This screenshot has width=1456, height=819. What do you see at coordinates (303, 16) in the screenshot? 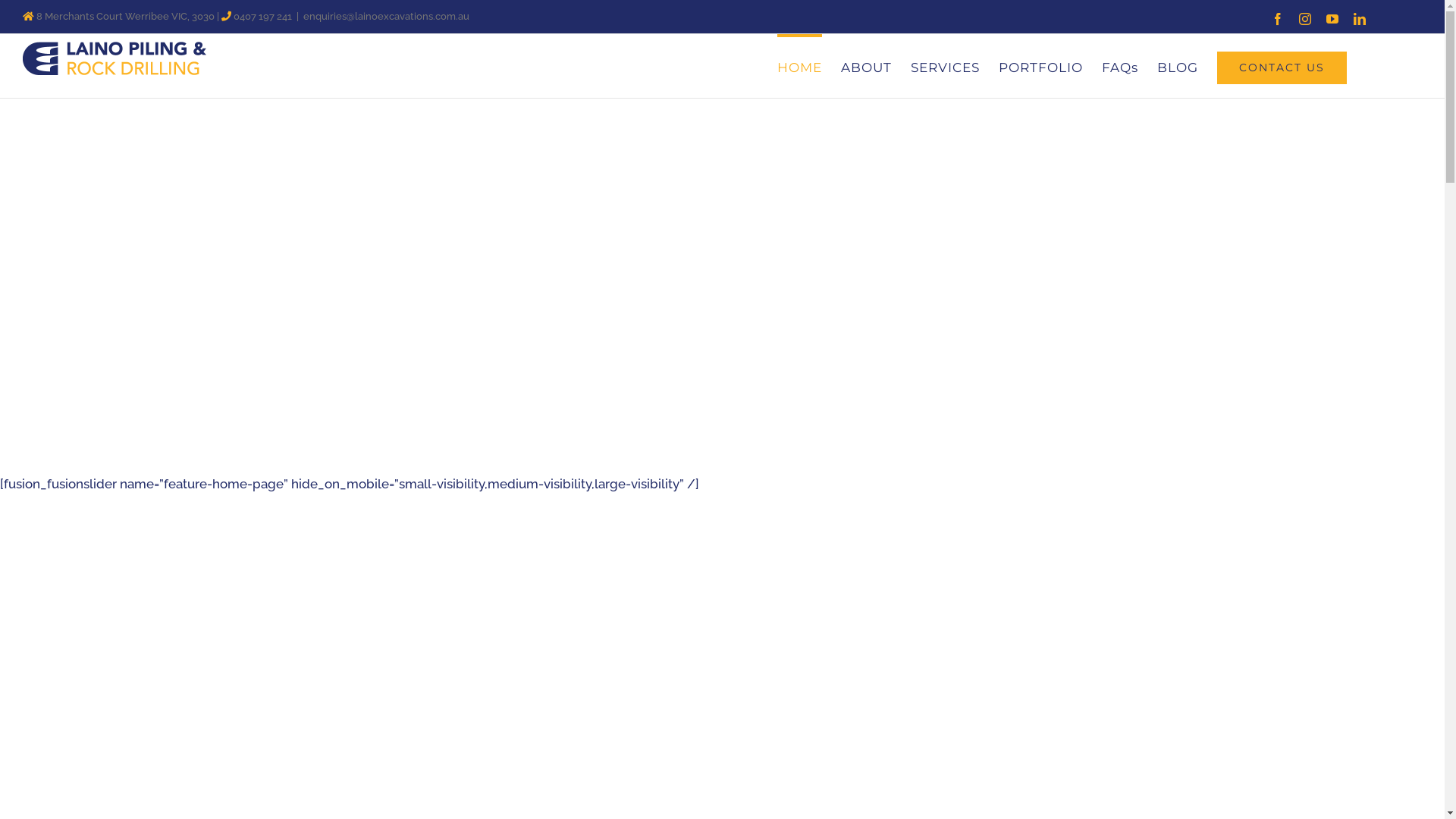
I see `'enquiries@lainoexcavations.com.au'` at bounding box center [303, 16].